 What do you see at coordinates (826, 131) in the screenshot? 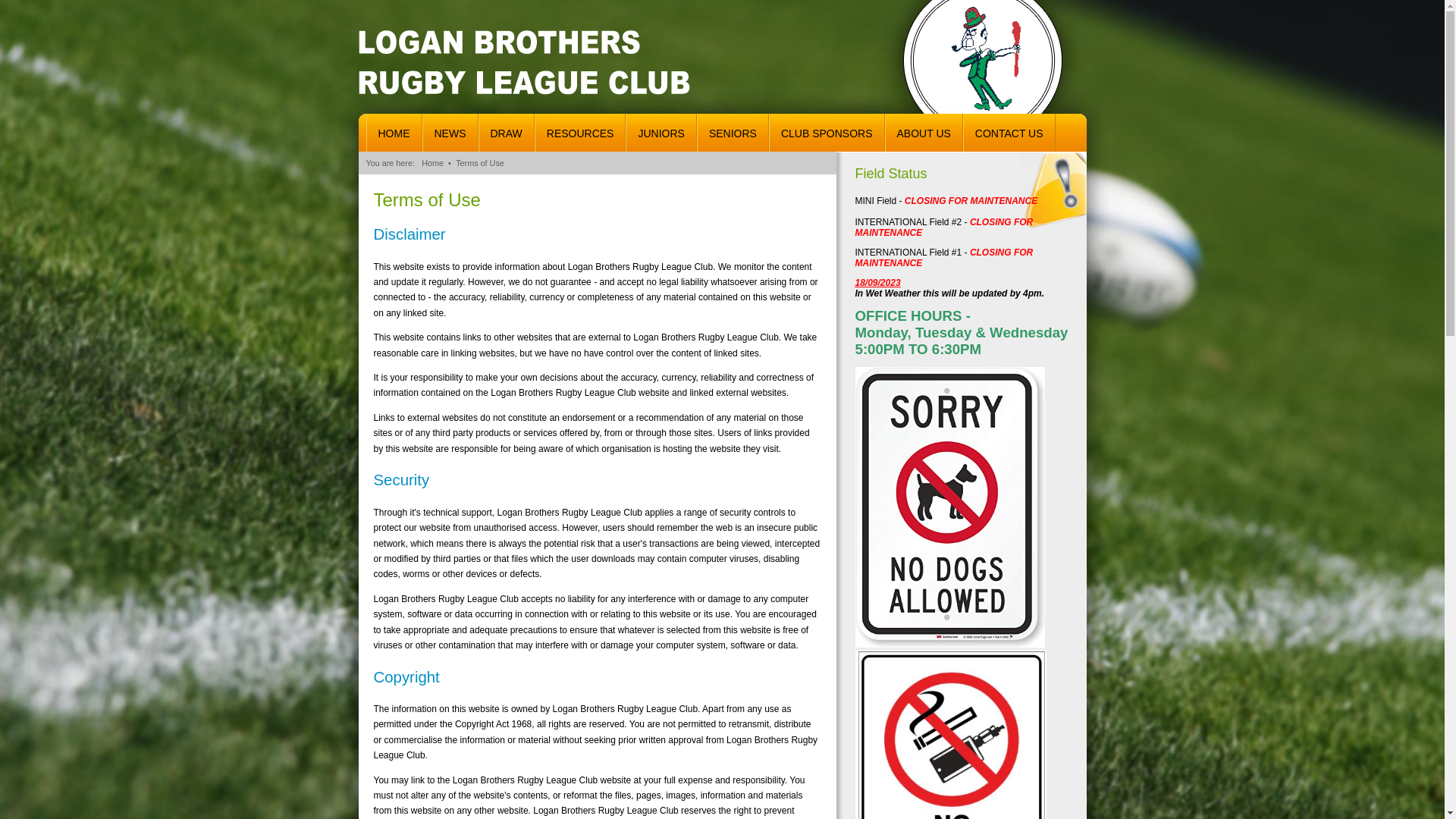
I see `'CLUB SPONSORS'` at bounding box center [826, 131].